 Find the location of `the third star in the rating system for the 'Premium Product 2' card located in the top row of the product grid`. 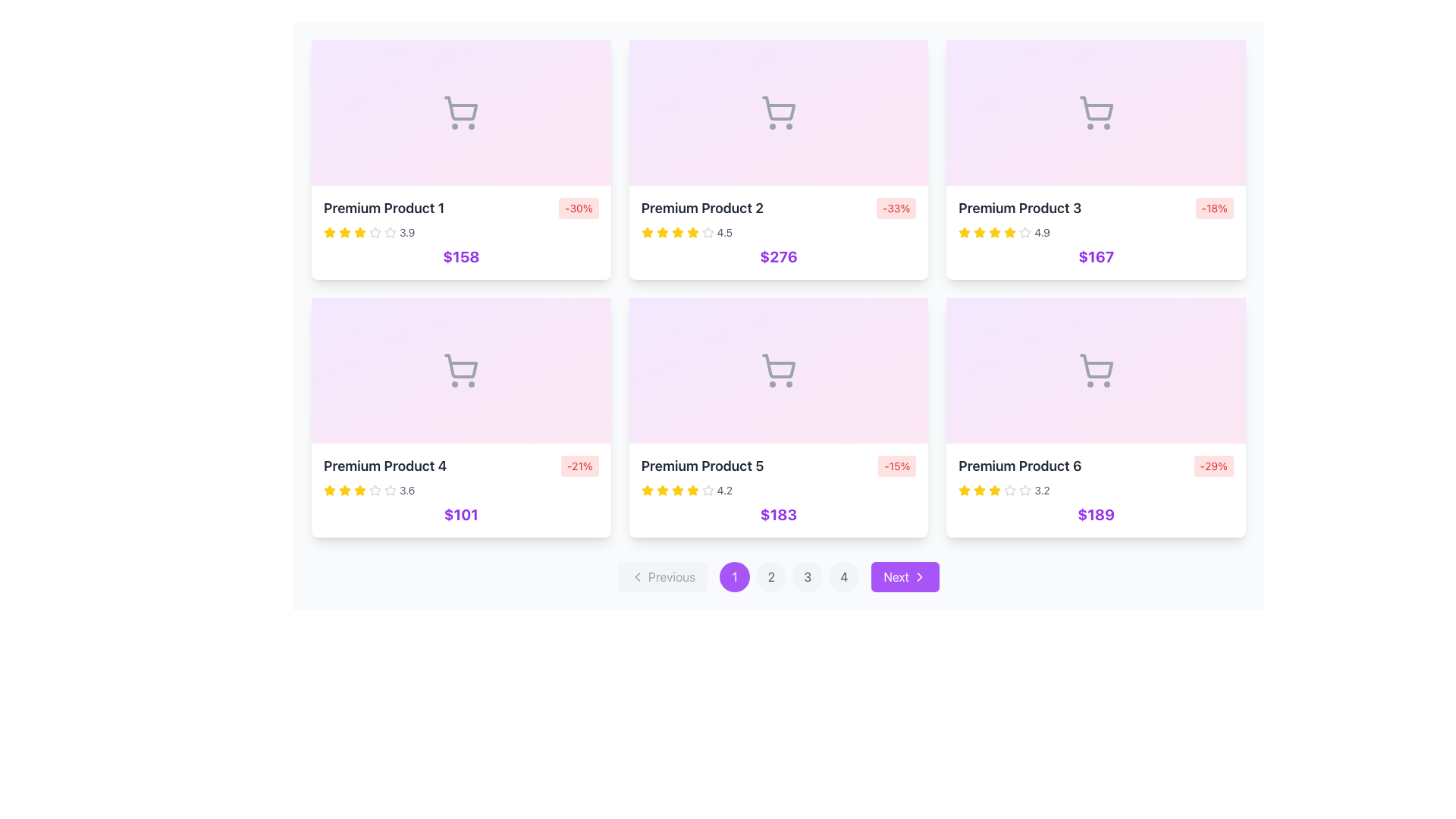

the third star in the rating system for the 'Premium Product 2' card located in the top row of the product grid is located at coordinates (662, 233).